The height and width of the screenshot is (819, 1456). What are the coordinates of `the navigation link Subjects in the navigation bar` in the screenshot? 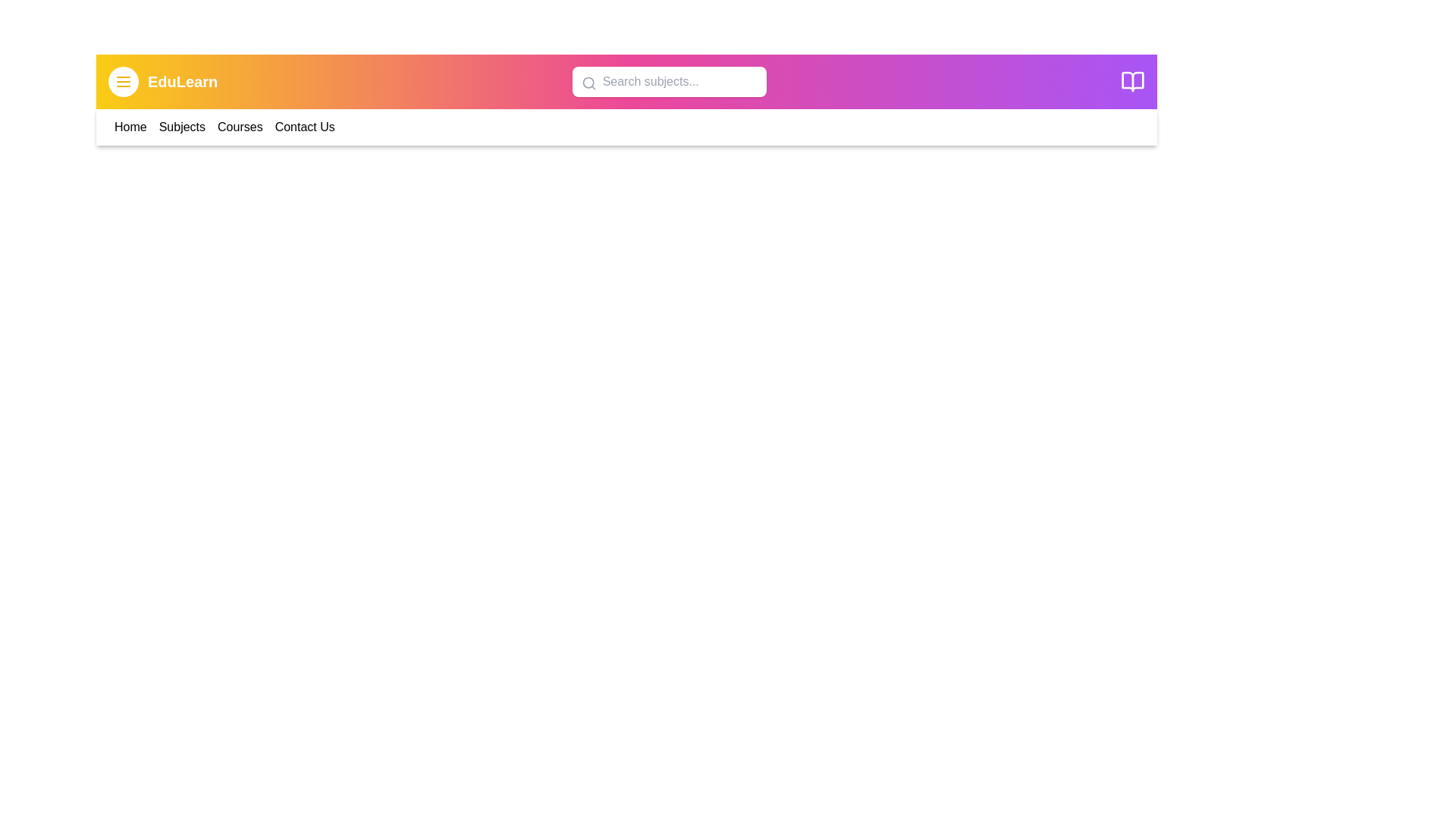 It's located at (182, 127).